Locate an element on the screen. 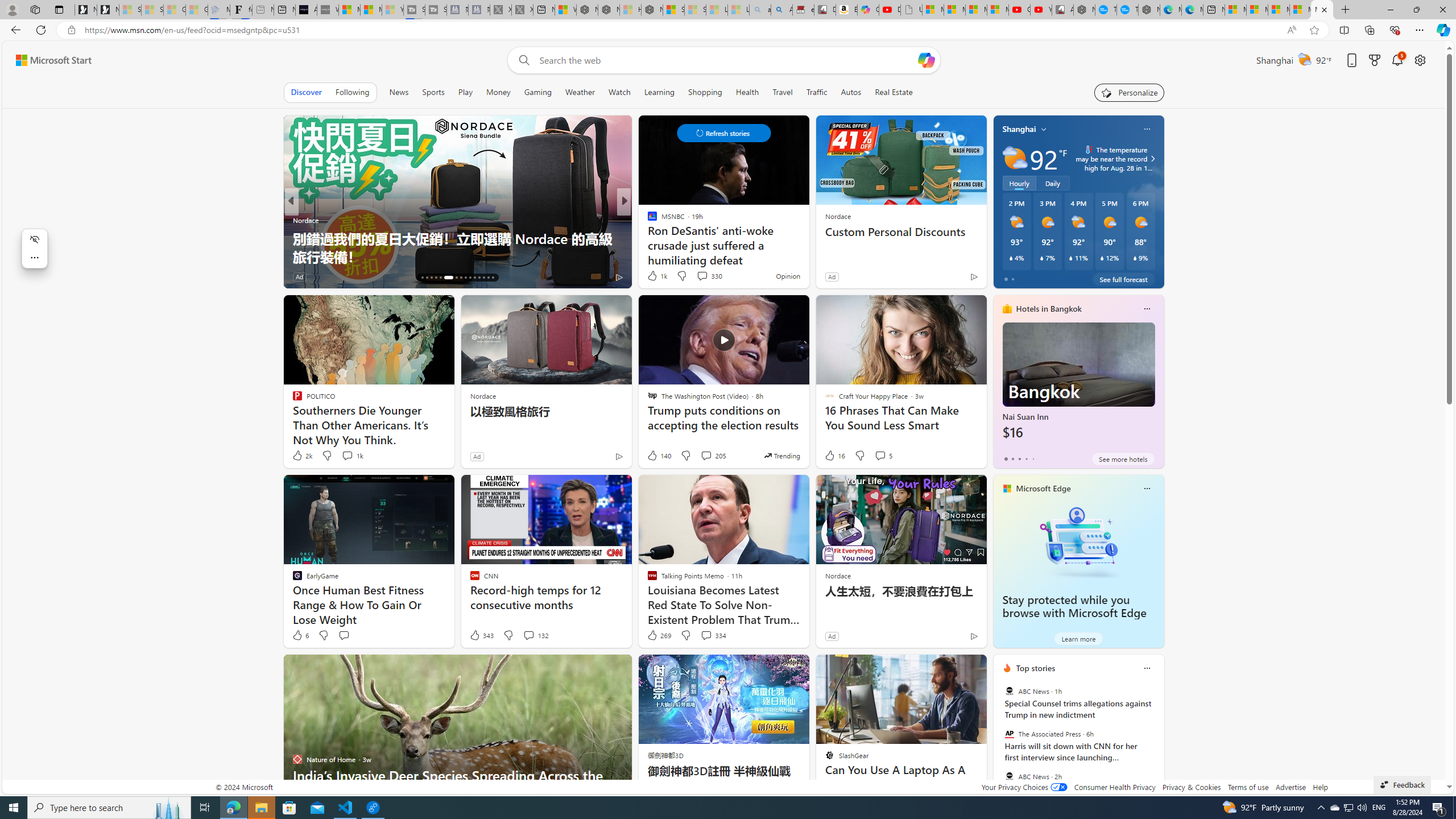 This screenshot has width=1456, height=819. 'See more hotels' is located at coordinates (1123, 459).